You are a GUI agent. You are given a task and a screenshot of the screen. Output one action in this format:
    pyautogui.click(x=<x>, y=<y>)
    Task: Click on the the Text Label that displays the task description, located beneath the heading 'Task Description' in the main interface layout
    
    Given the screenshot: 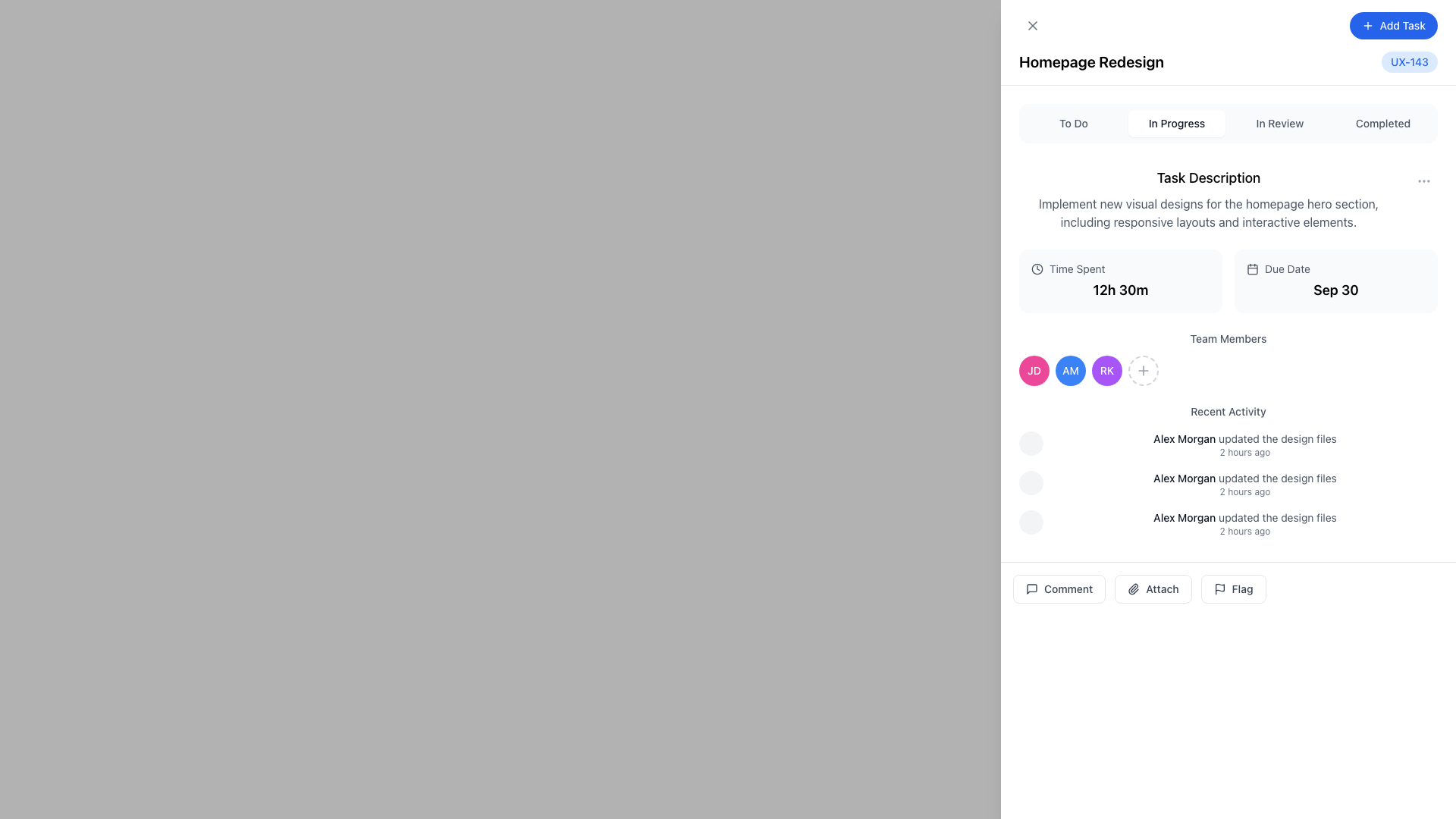 What is the action you would take?
    pyautogui.click(x=1207, y=213)
    